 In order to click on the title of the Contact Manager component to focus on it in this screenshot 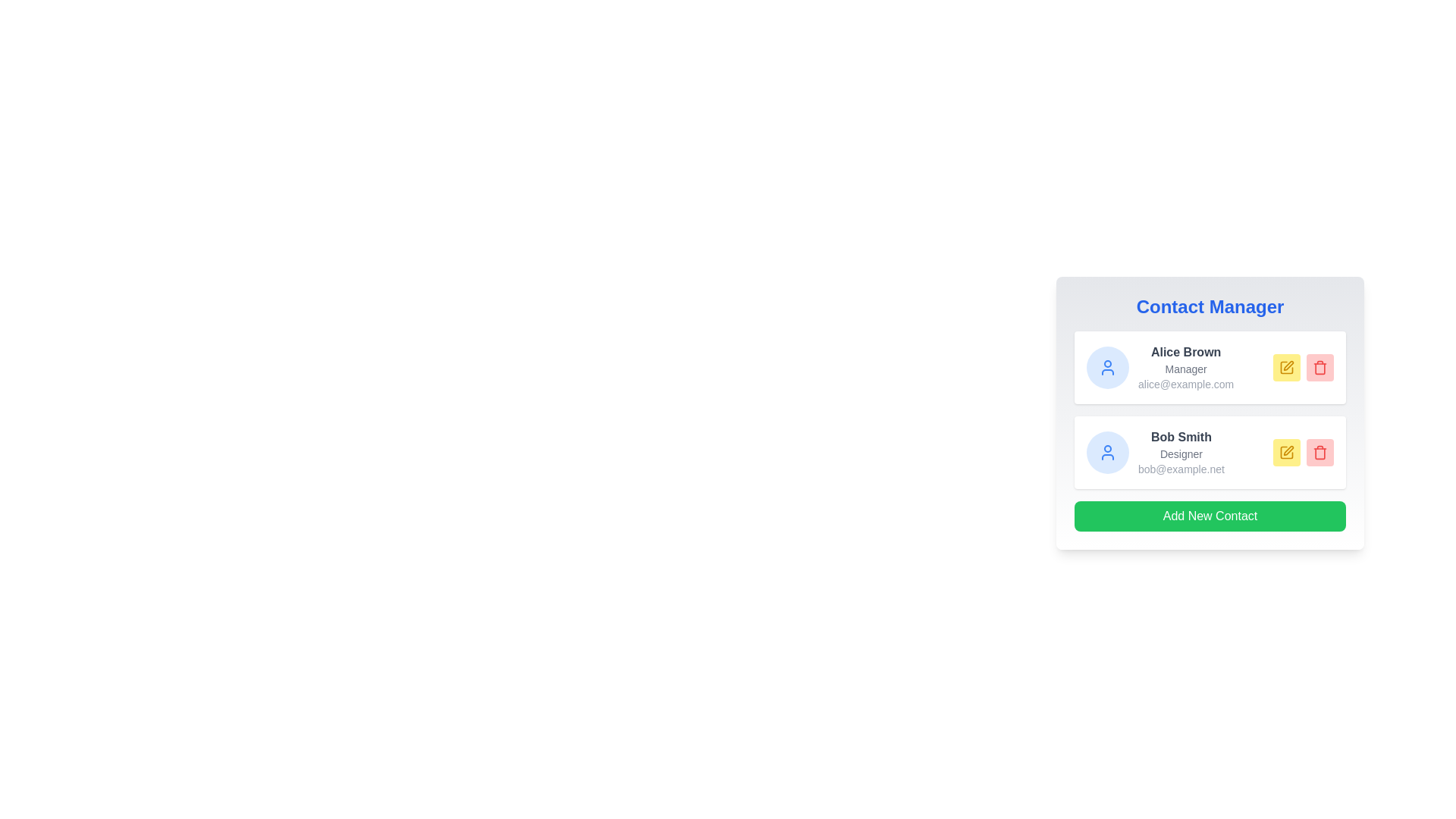, I will do `click(1210, 307)`.